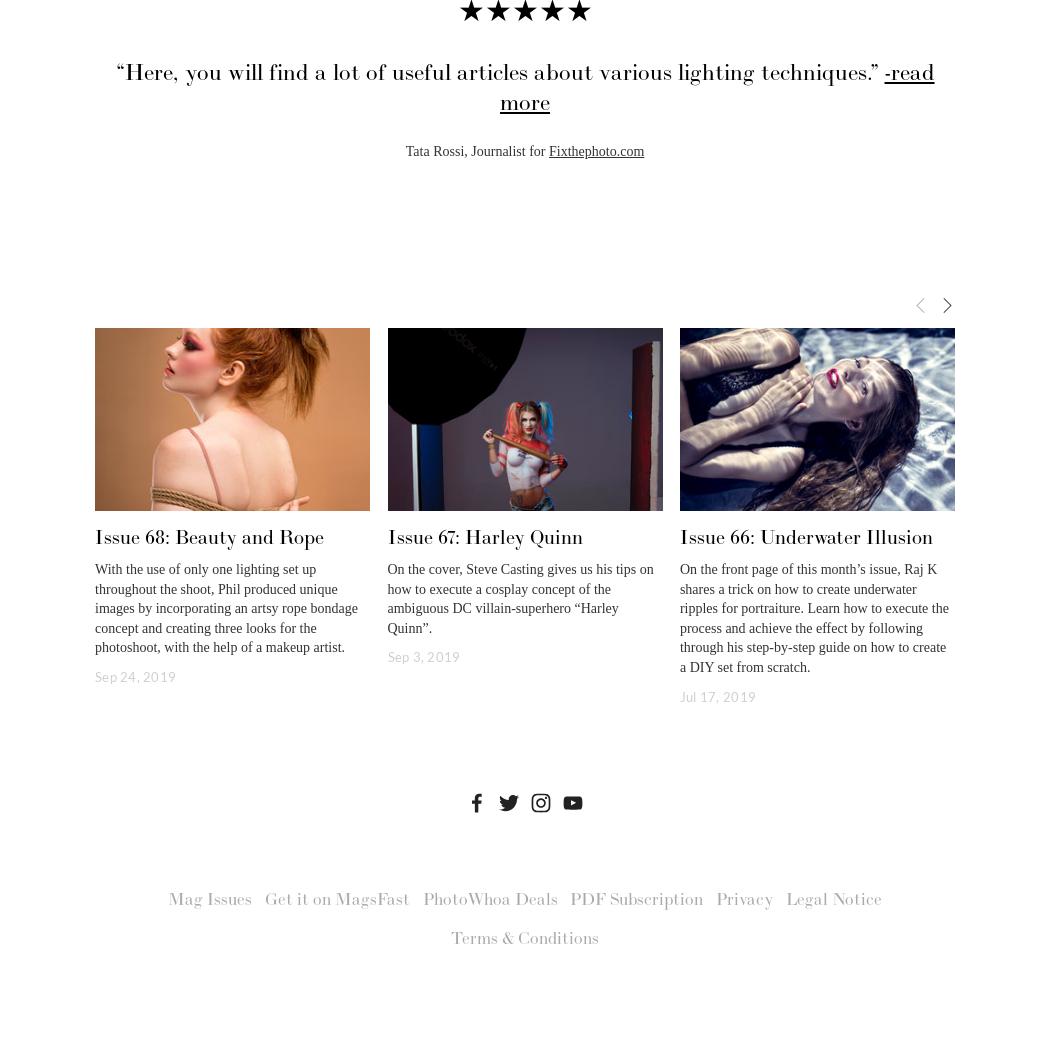 The width and height of the screenshot is (1050, 1045). I want to click on 'Legal Notice', so click(832, 899).